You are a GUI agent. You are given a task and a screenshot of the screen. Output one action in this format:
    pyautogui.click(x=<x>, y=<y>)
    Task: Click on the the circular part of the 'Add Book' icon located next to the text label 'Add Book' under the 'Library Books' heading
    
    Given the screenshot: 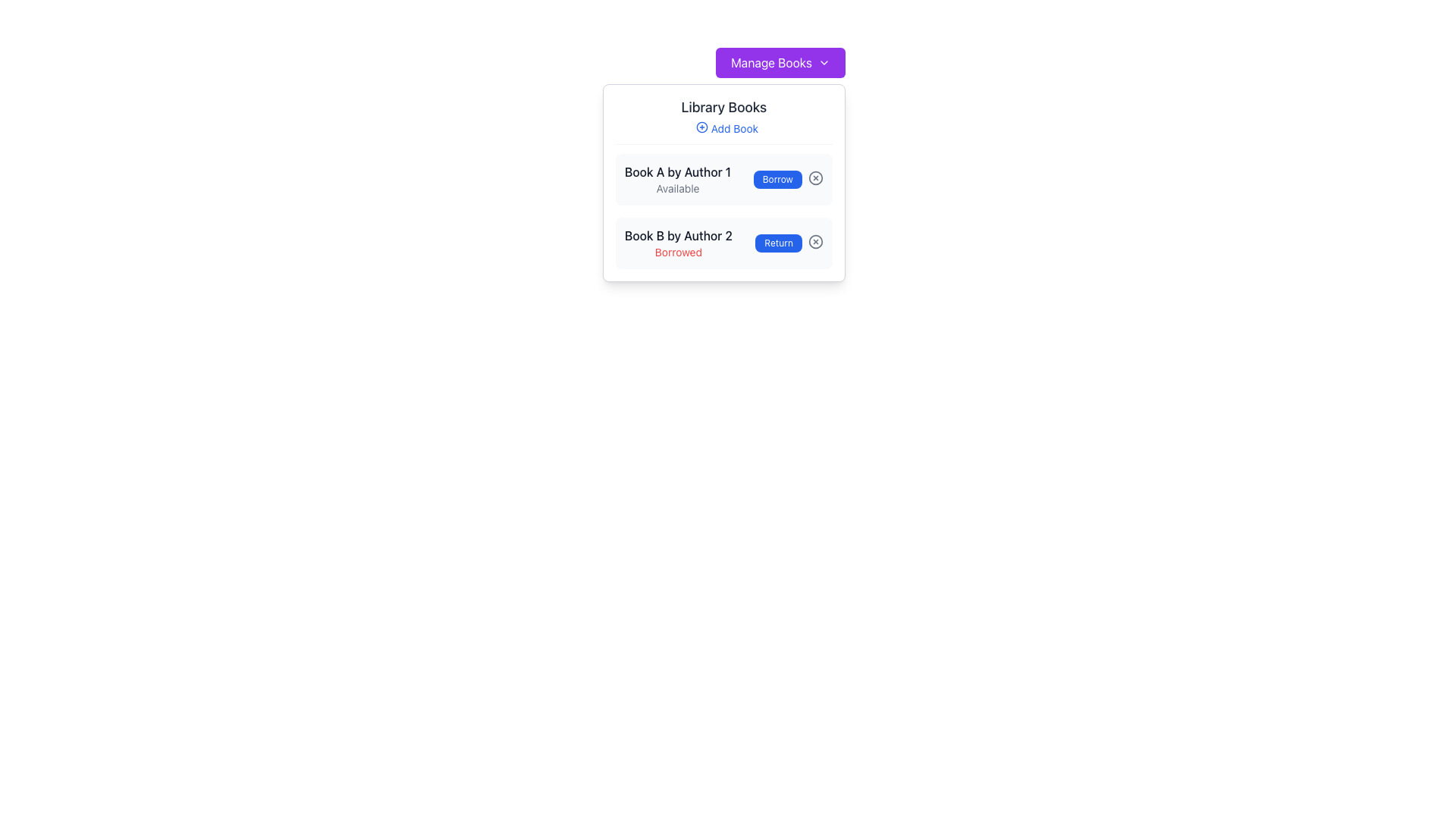 What is the action you would take?
    pyautogui.click(x=701, y=127)
    